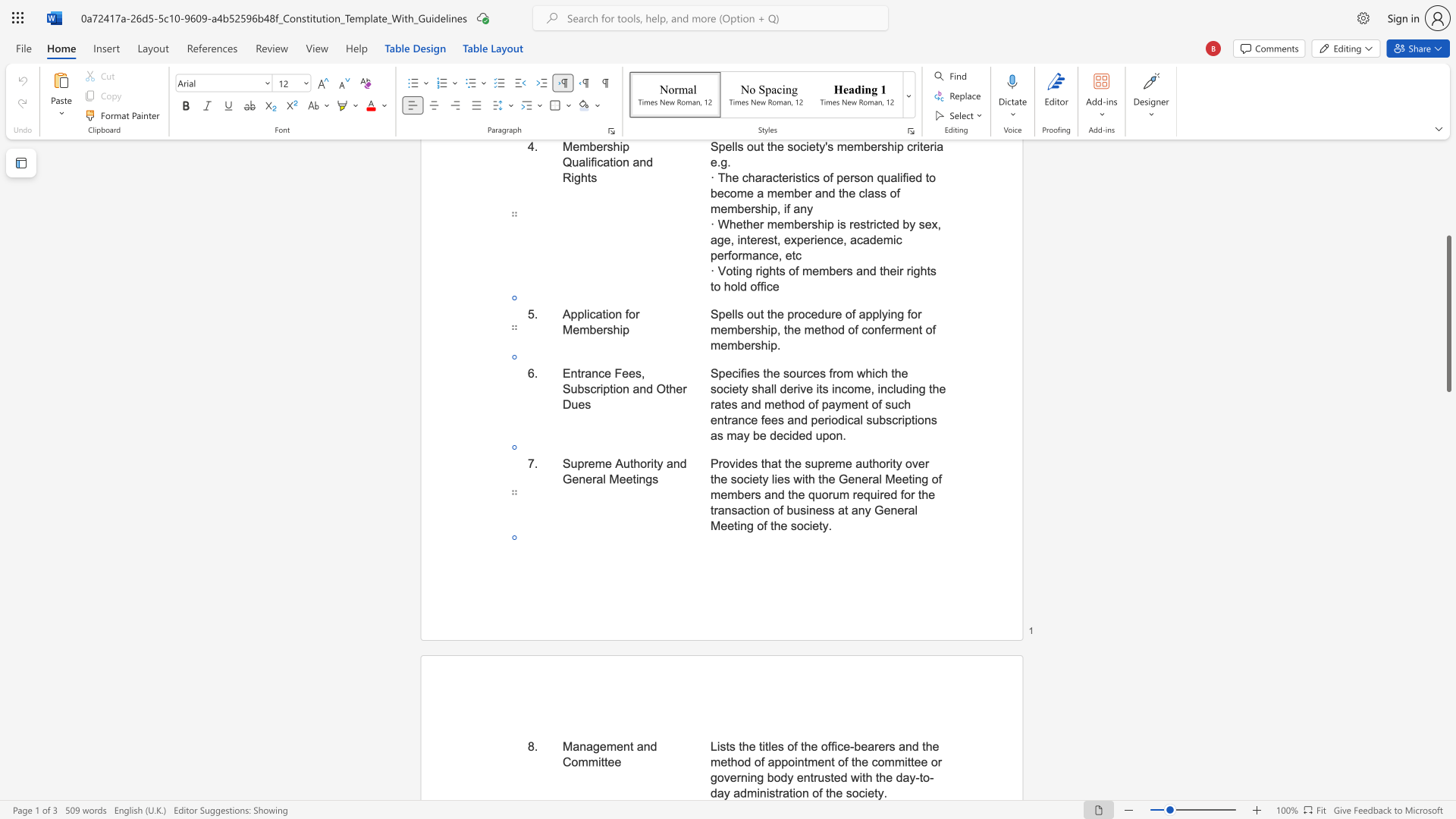  Describe the element at coordinates (780, 792) in the screenshot. I see `the 6th character "r" in the text` at that location.